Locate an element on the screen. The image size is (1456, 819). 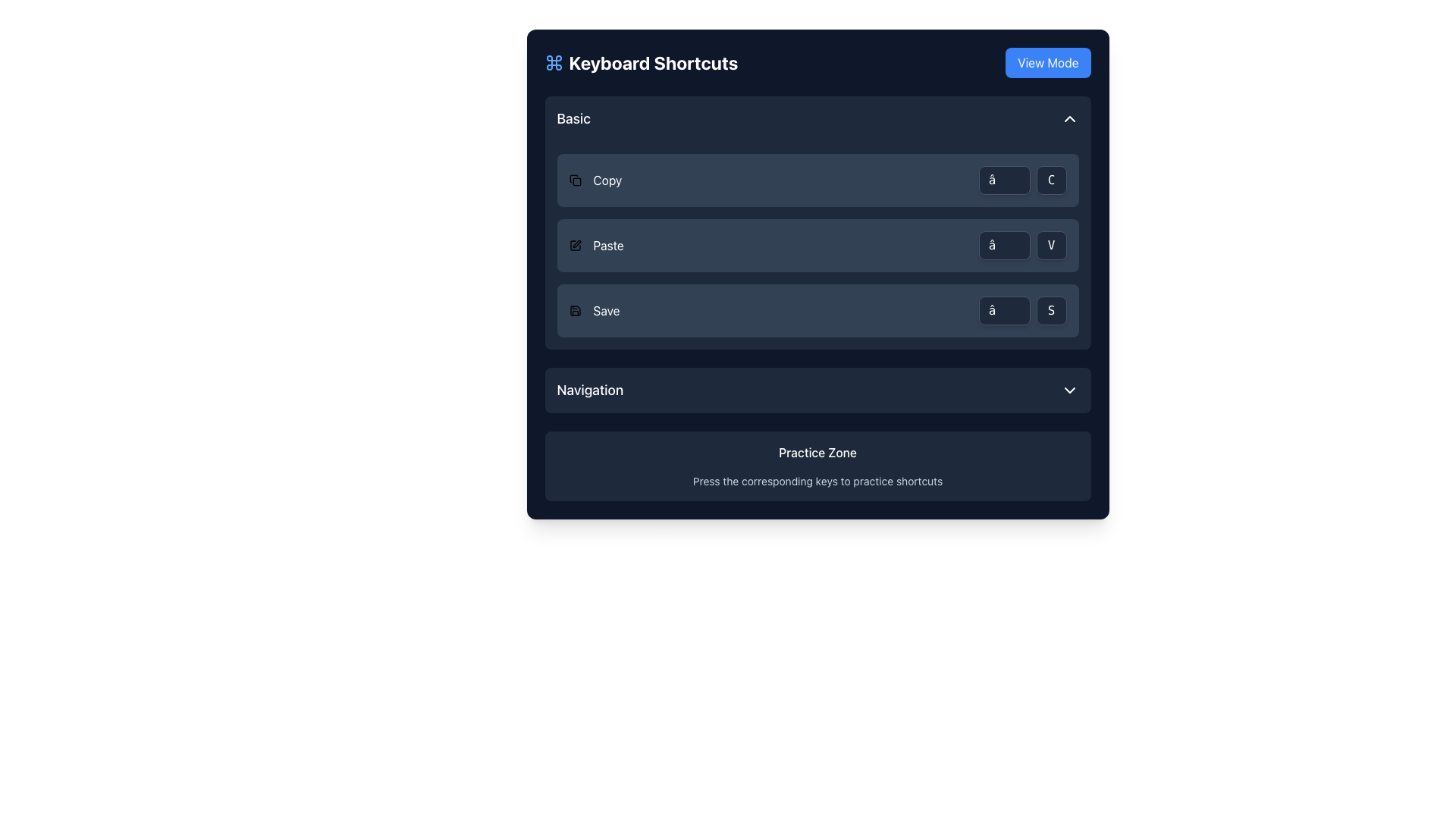
the 'Practice Zone' section header text label, which indicates the start of that section is located at coordinates (817, 452).